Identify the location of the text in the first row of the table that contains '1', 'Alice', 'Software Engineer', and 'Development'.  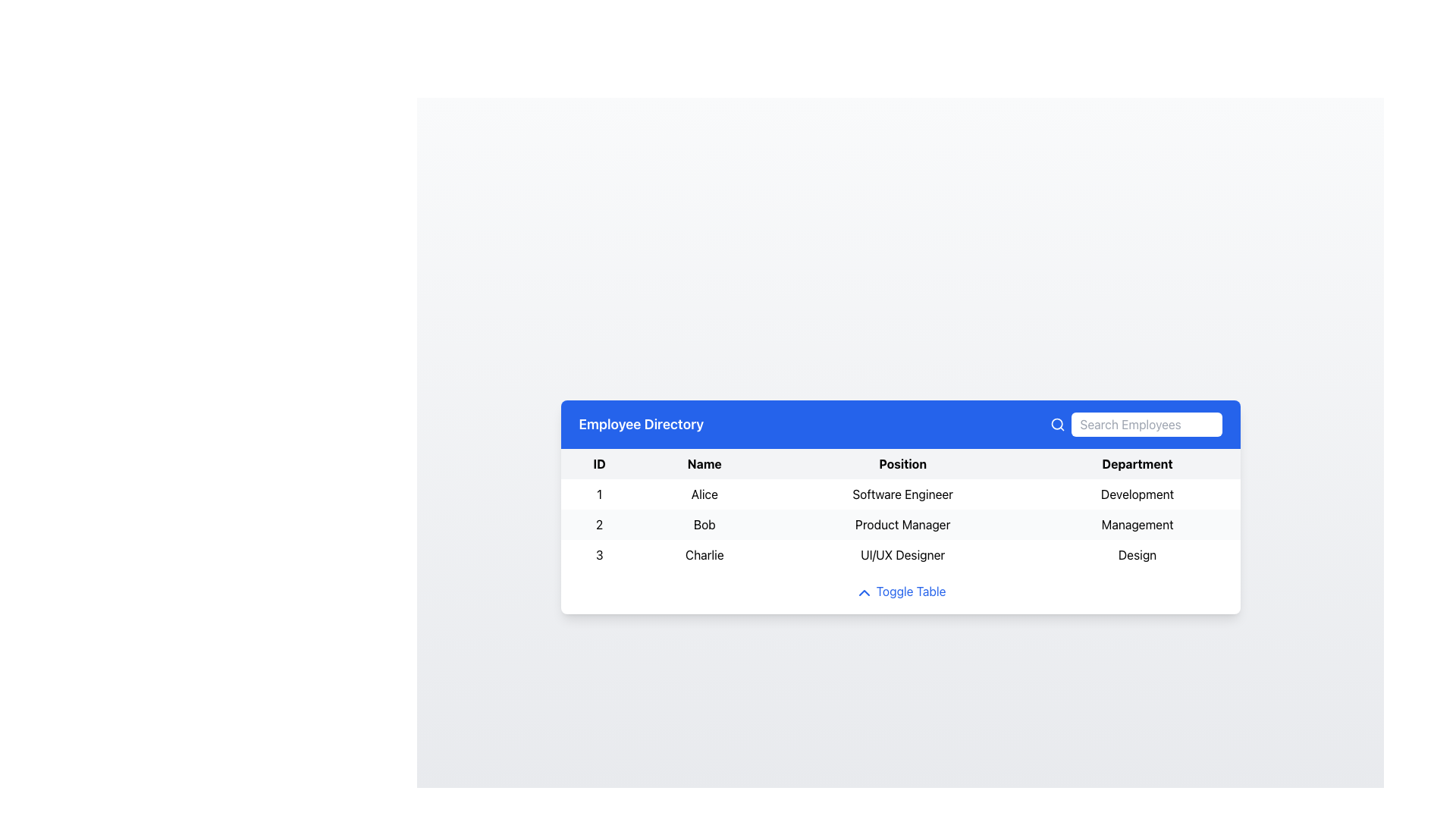
(900, 494).